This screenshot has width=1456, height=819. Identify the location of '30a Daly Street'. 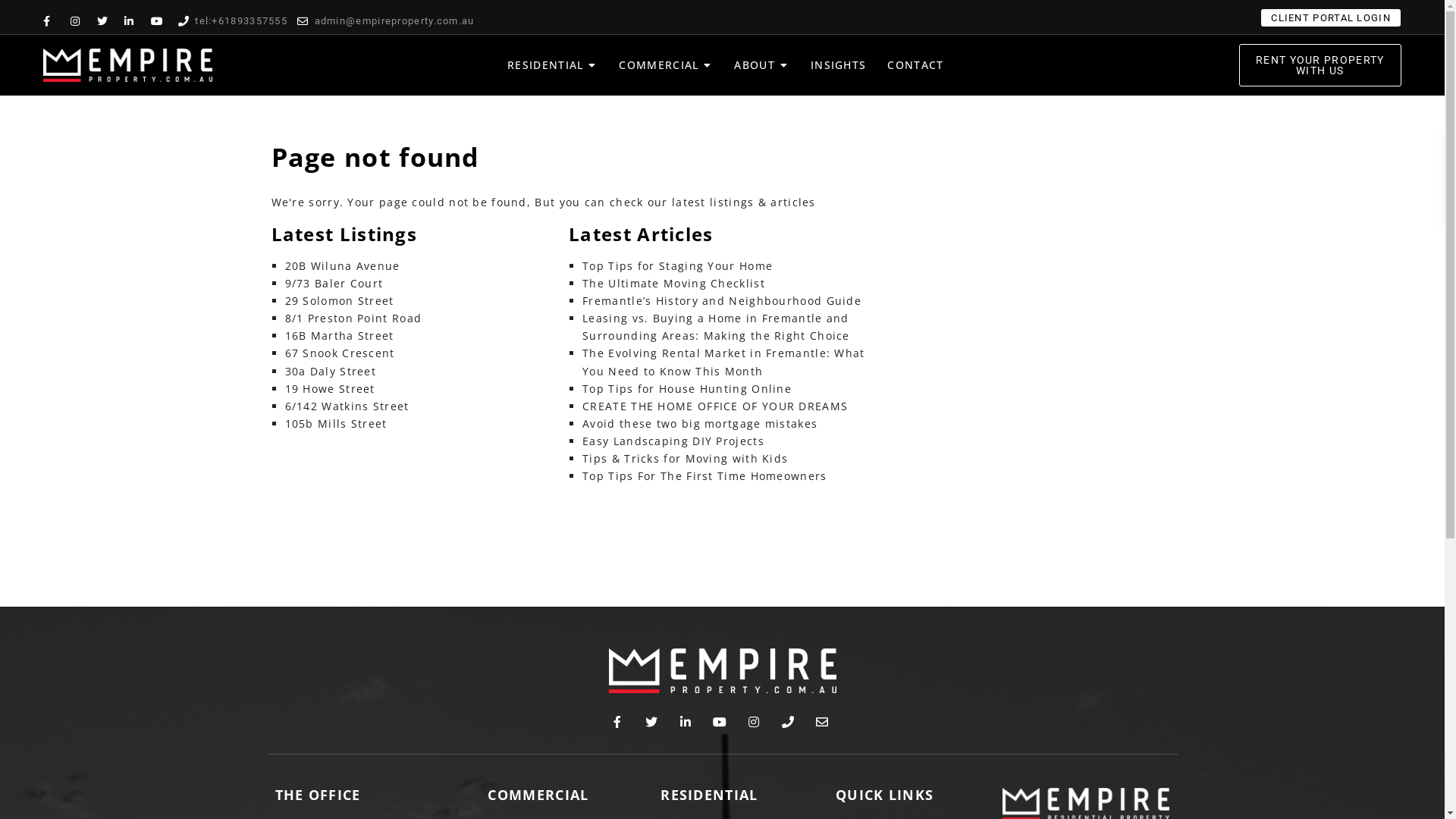
(330, 371).